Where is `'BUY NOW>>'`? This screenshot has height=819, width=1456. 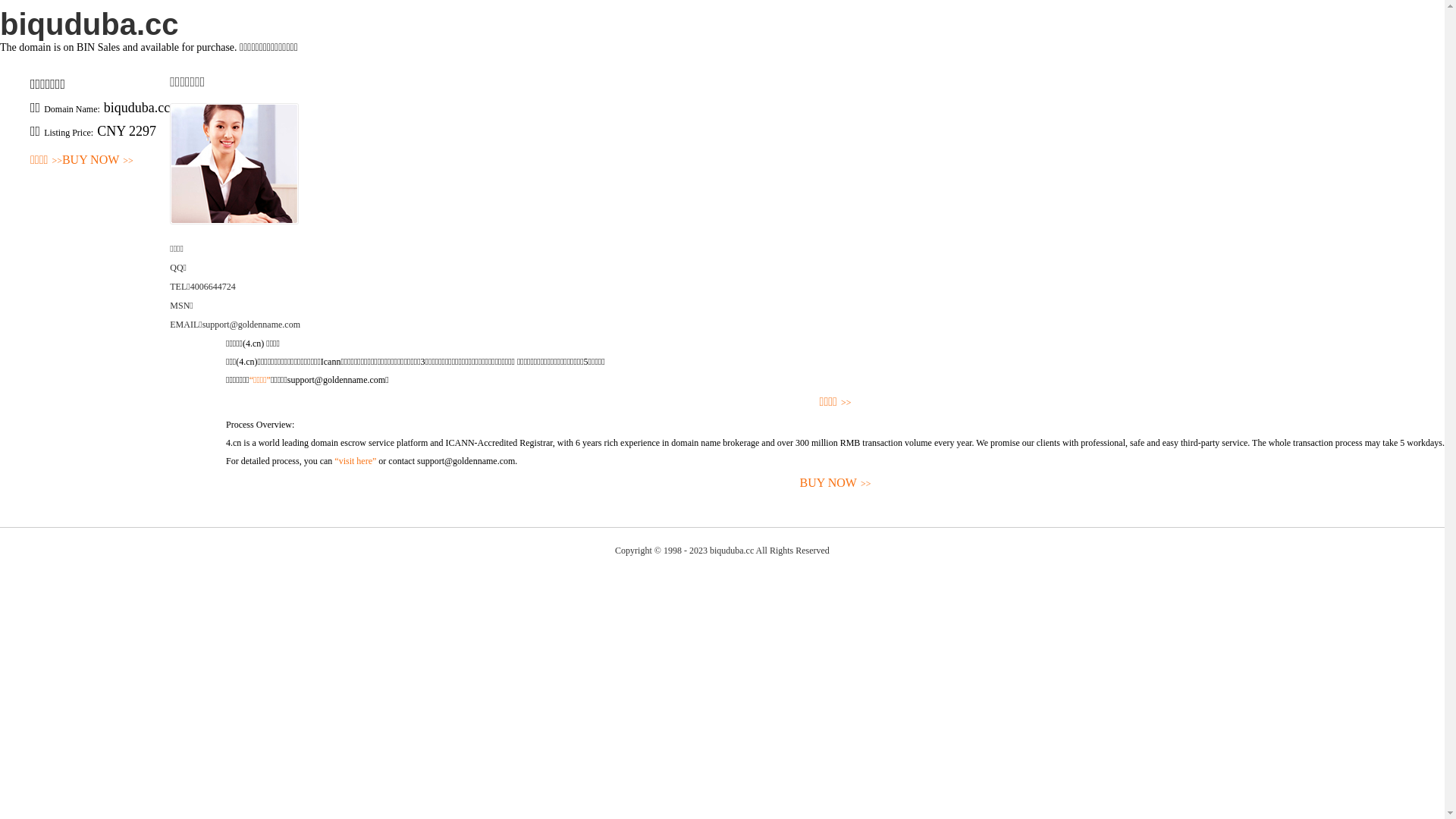
'BUY NOW>>' is located at coordinates (61, 160).